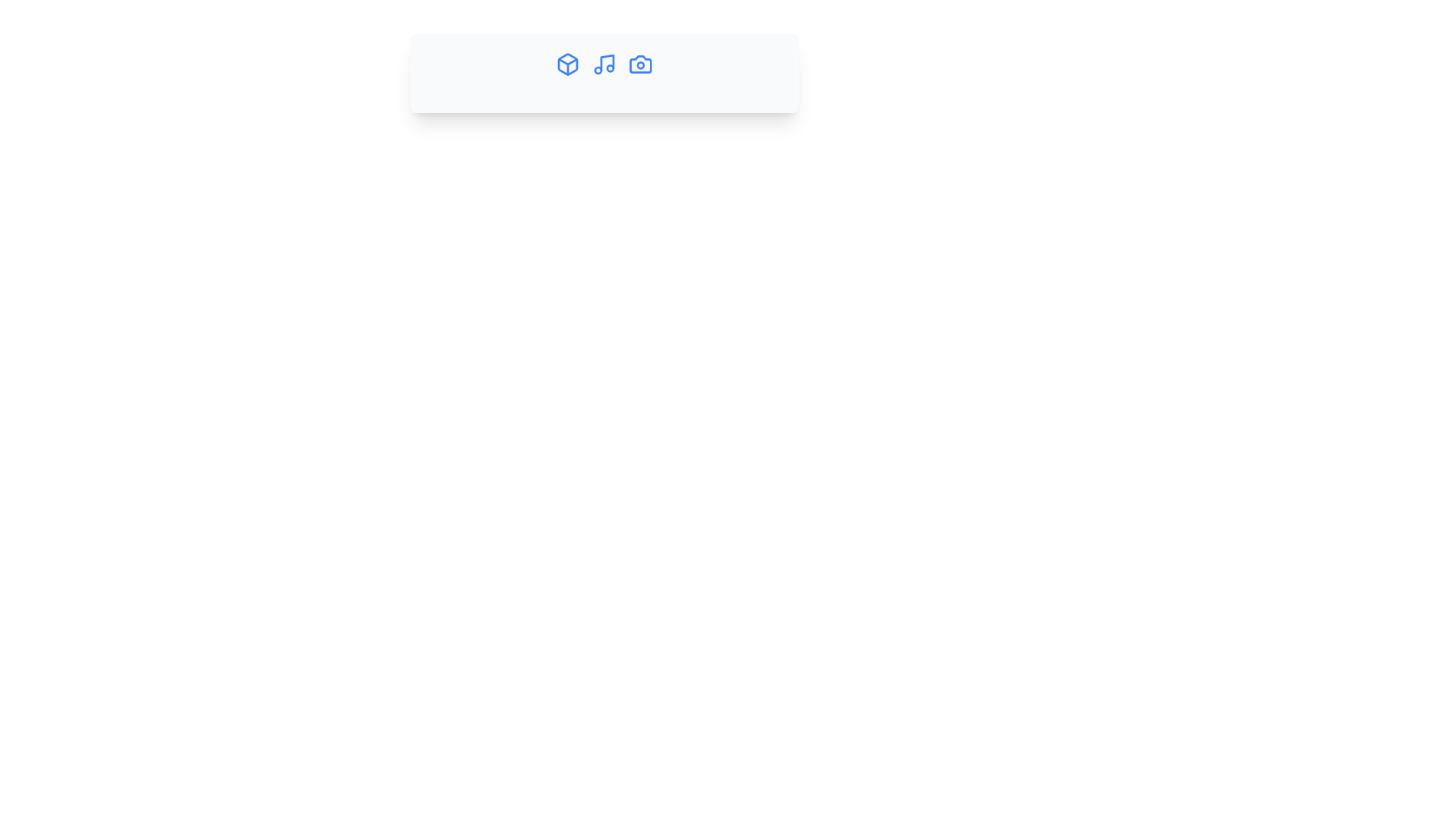 This screenshot has width=1456, height=819. Describe the element at coordinates (603, 63) in the screenshot. I see `the music icon button, which features a blue music note with circles on the staff, located in the center of a row of three icons` at that location.